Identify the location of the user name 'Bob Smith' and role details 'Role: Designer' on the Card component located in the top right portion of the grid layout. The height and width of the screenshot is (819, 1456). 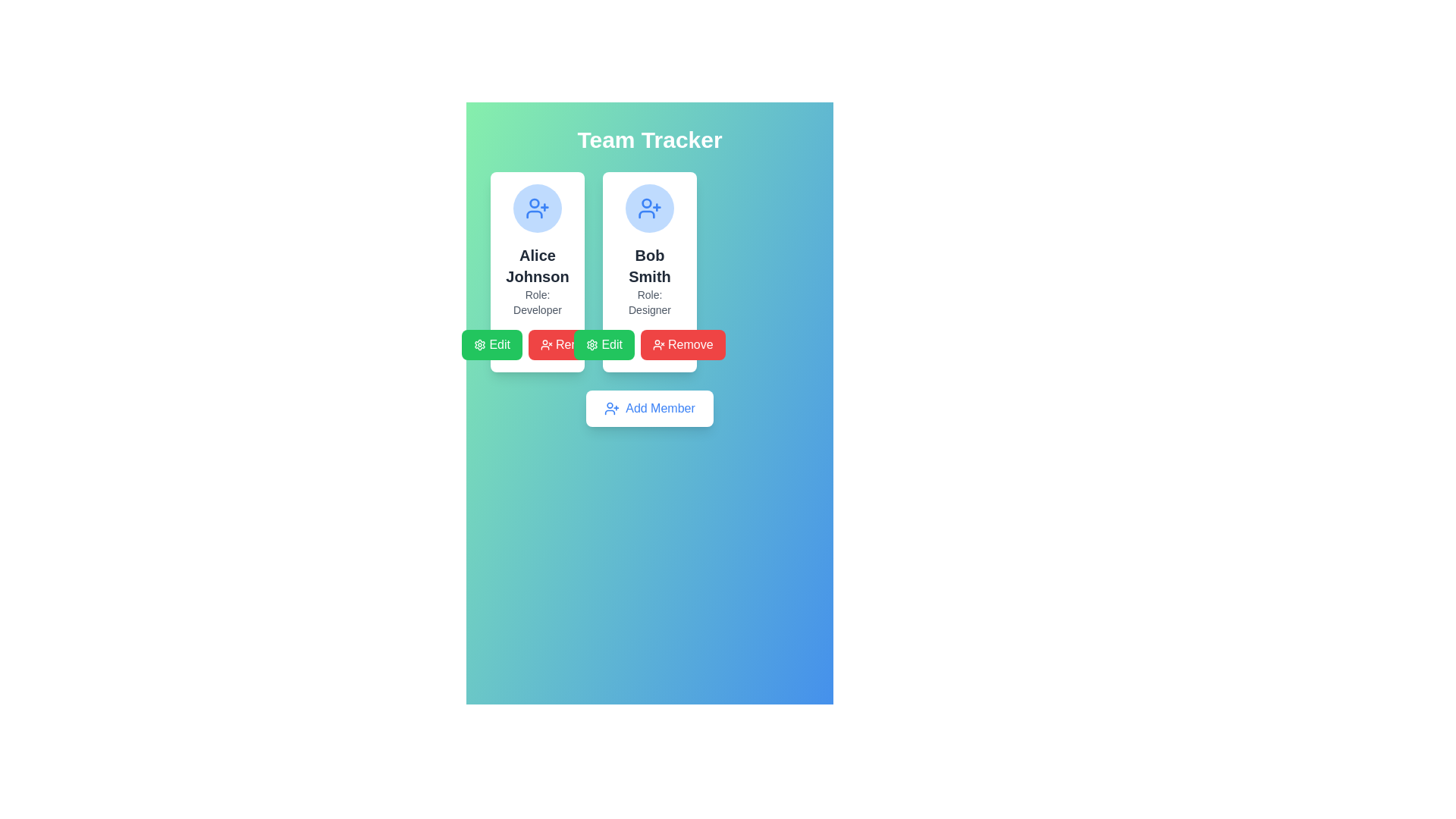
(650, 271).